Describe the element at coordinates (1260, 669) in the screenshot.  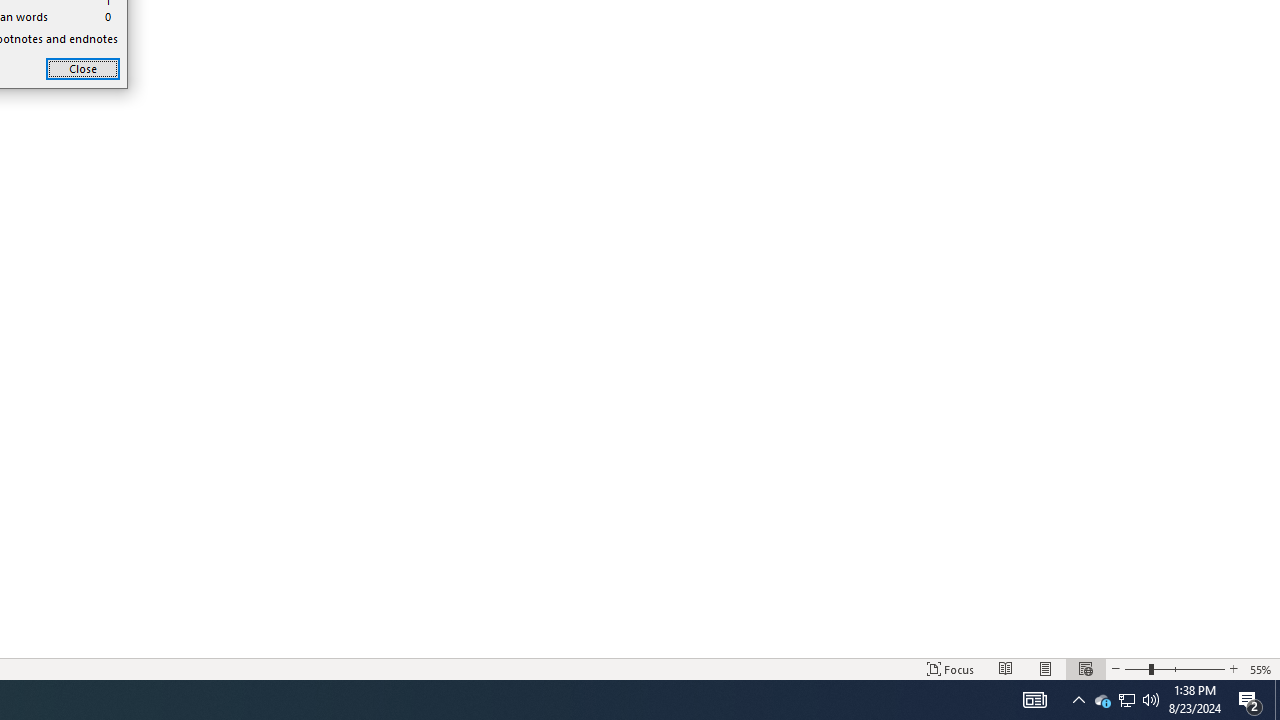
I see `'Zoom 55%'` at that location.